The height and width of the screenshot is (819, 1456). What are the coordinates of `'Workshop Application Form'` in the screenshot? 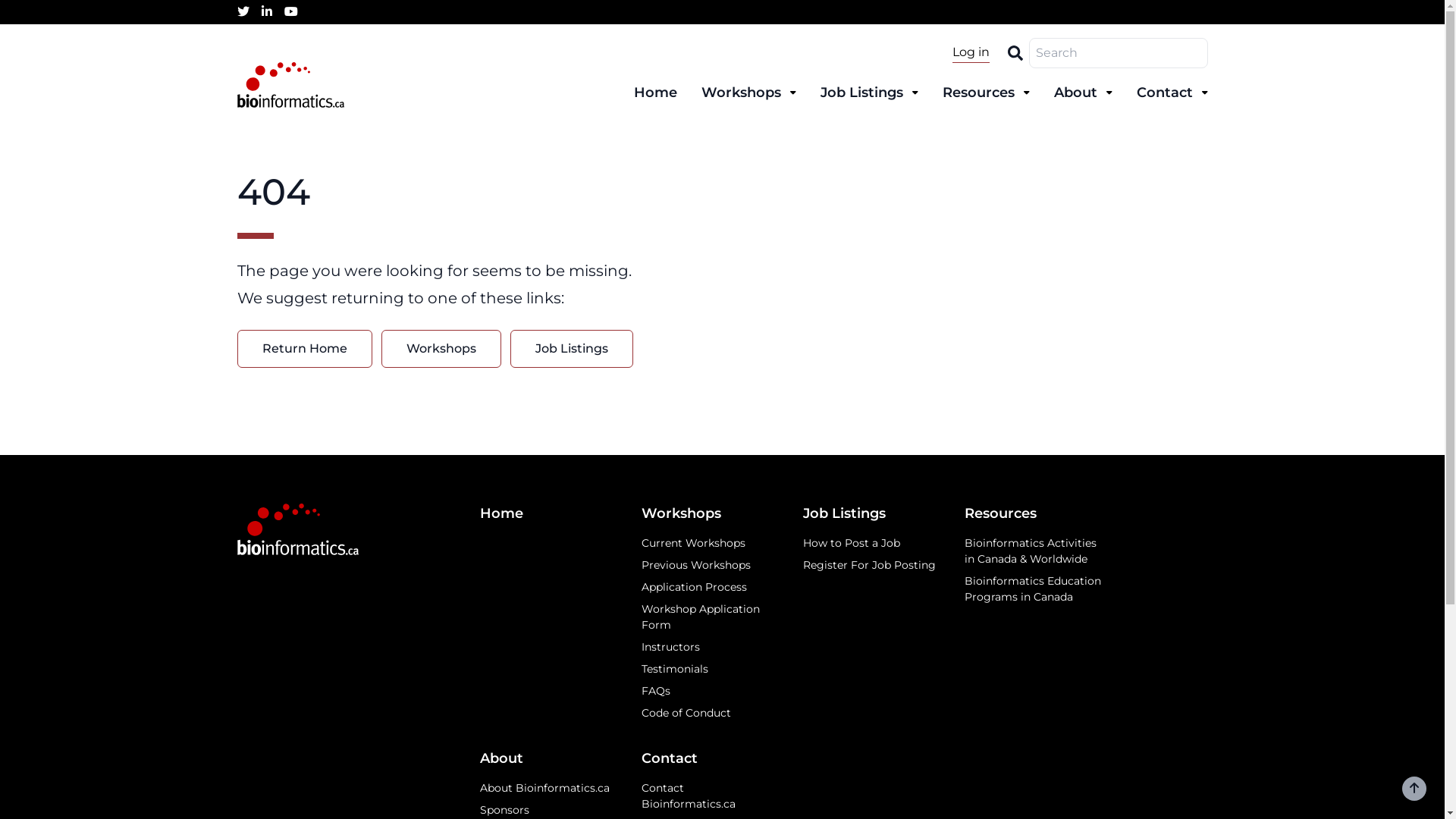 It's located at (641, 617).